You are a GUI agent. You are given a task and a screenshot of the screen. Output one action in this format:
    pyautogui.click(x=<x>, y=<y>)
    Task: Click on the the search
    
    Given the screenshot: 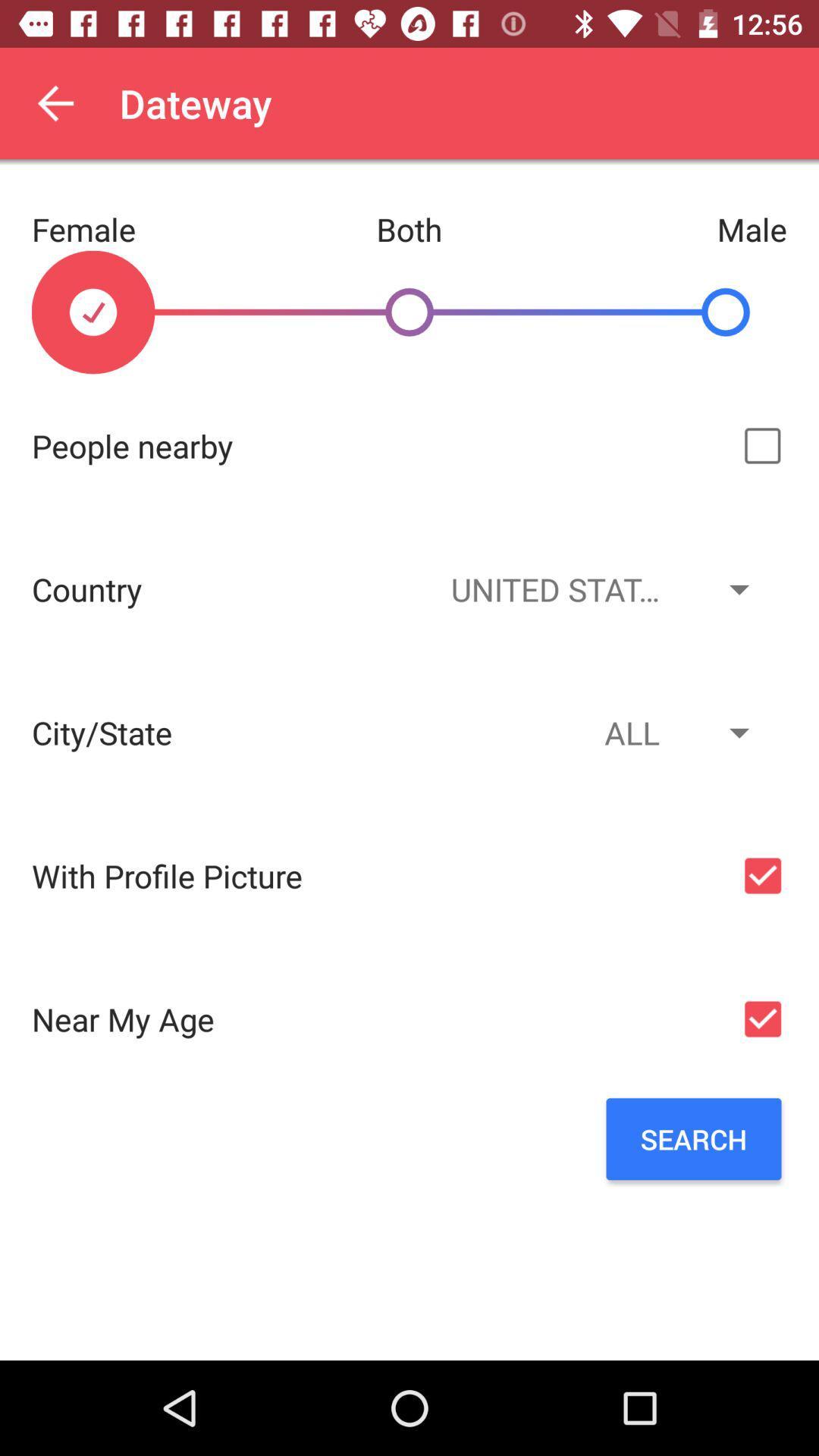 What is the action you would take?
    pyautogui.click(x=693, y=1139)
    